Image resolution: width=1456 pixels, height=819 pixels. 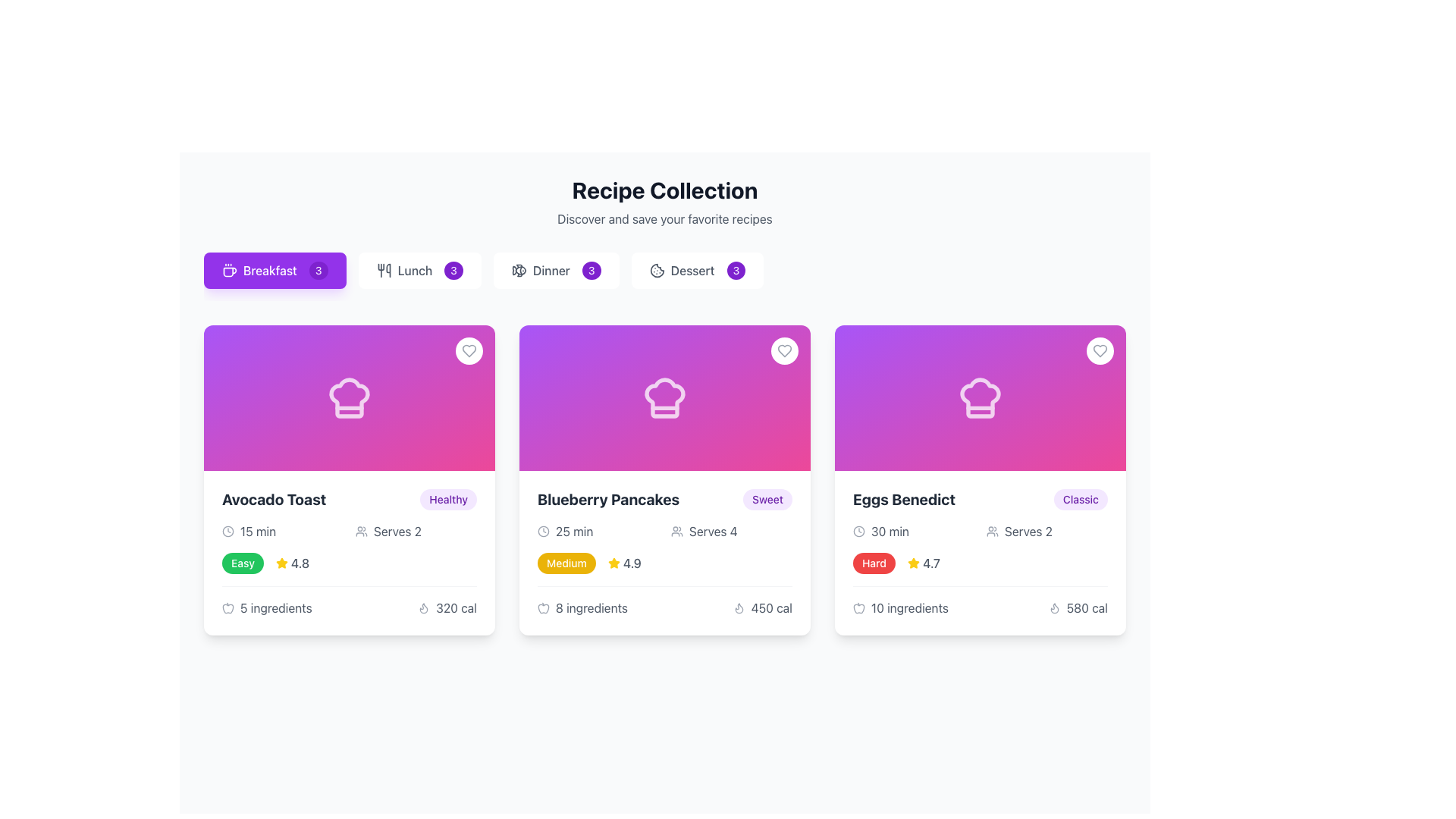 What do you see at coordinates (348, 479) in the screenshot?
I see `the recipe card for 'Avocado Toast' located` at bounding box center [348, 479].